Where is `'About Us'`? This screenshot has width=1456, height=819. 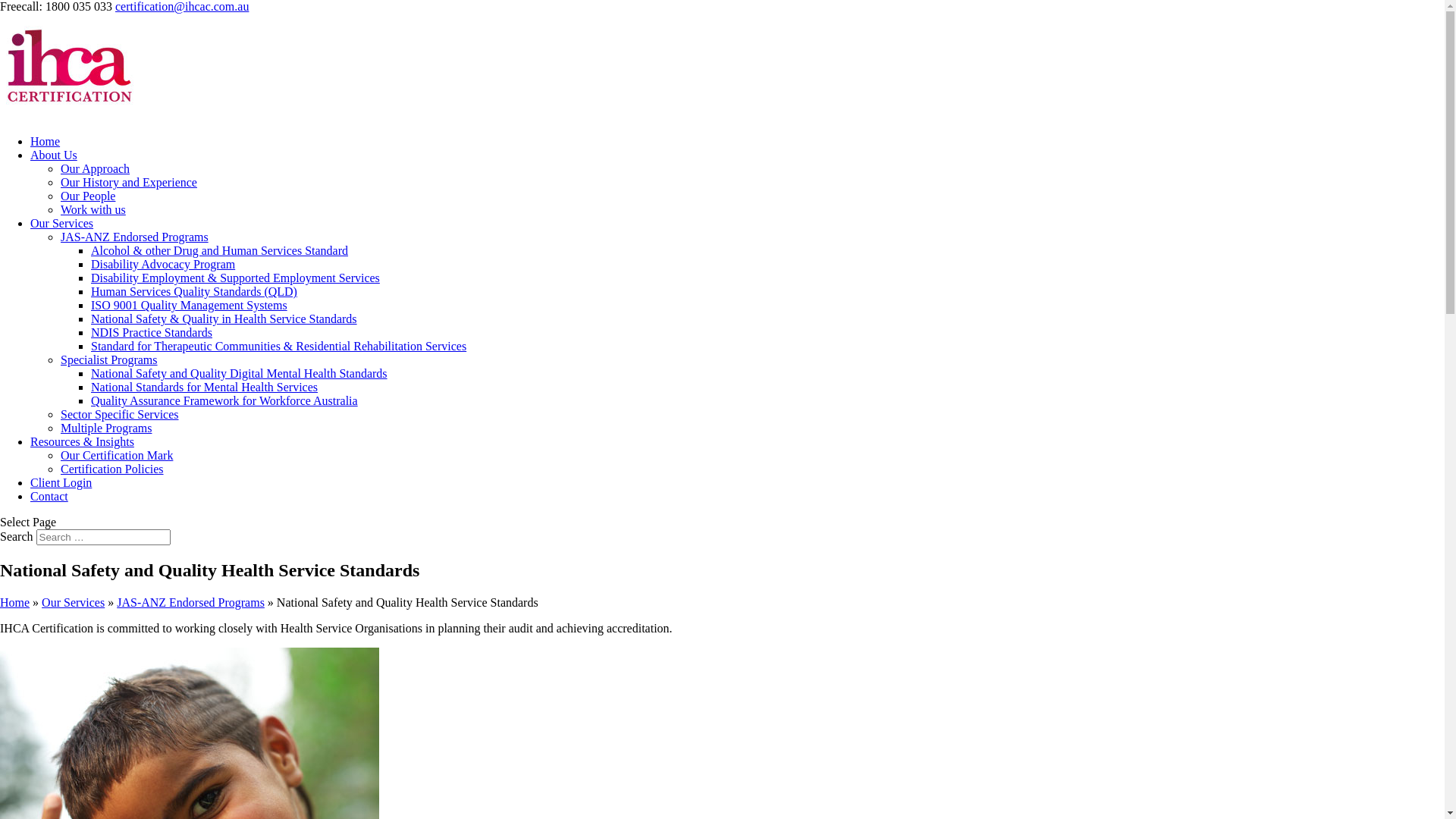 'About Us' is located at coordinates (54, 155).